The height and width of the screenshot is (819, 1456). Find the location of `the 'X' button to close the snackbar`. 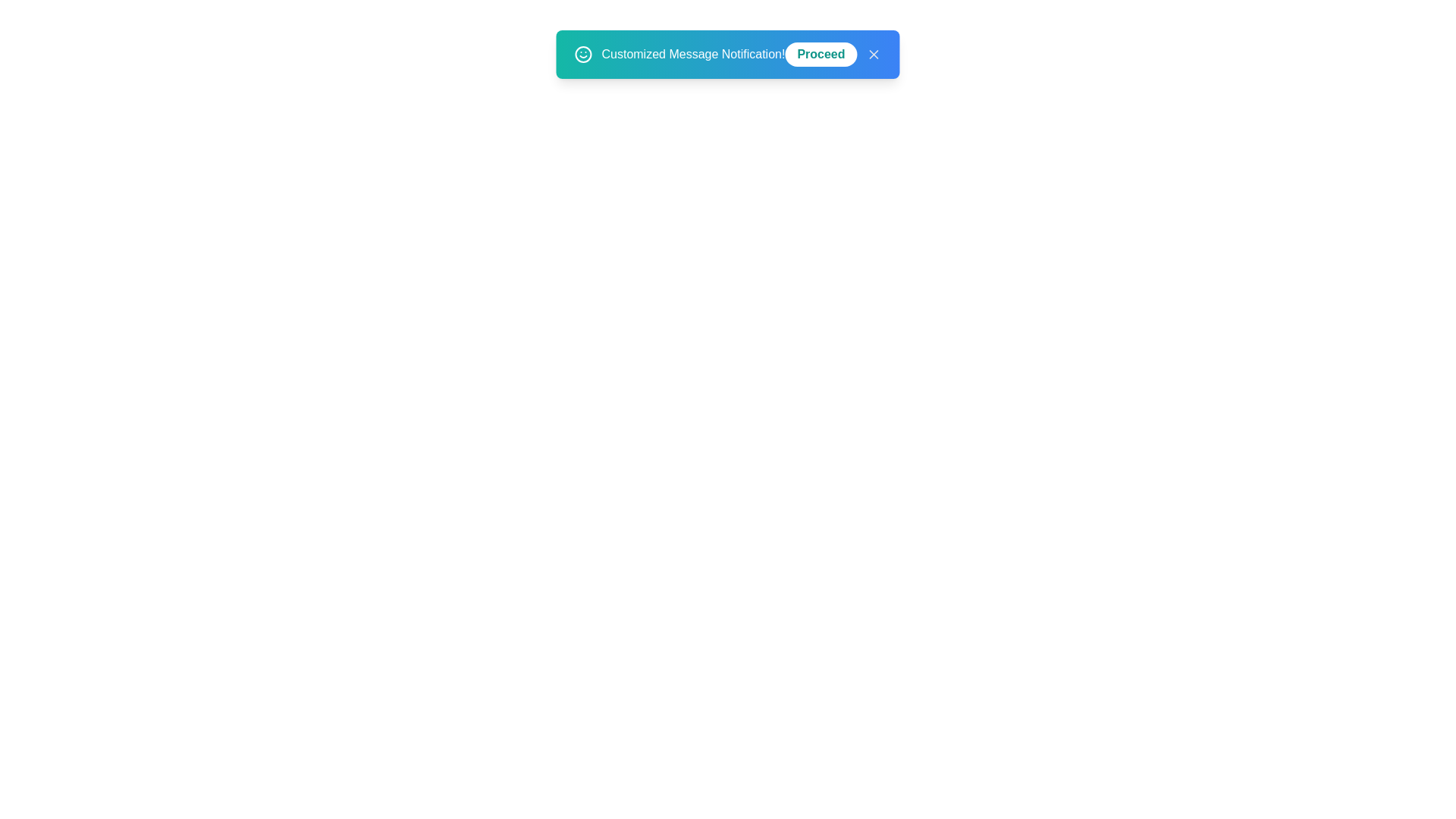

the 'X' button to close the snackbar is located at coordinates (874, 54).